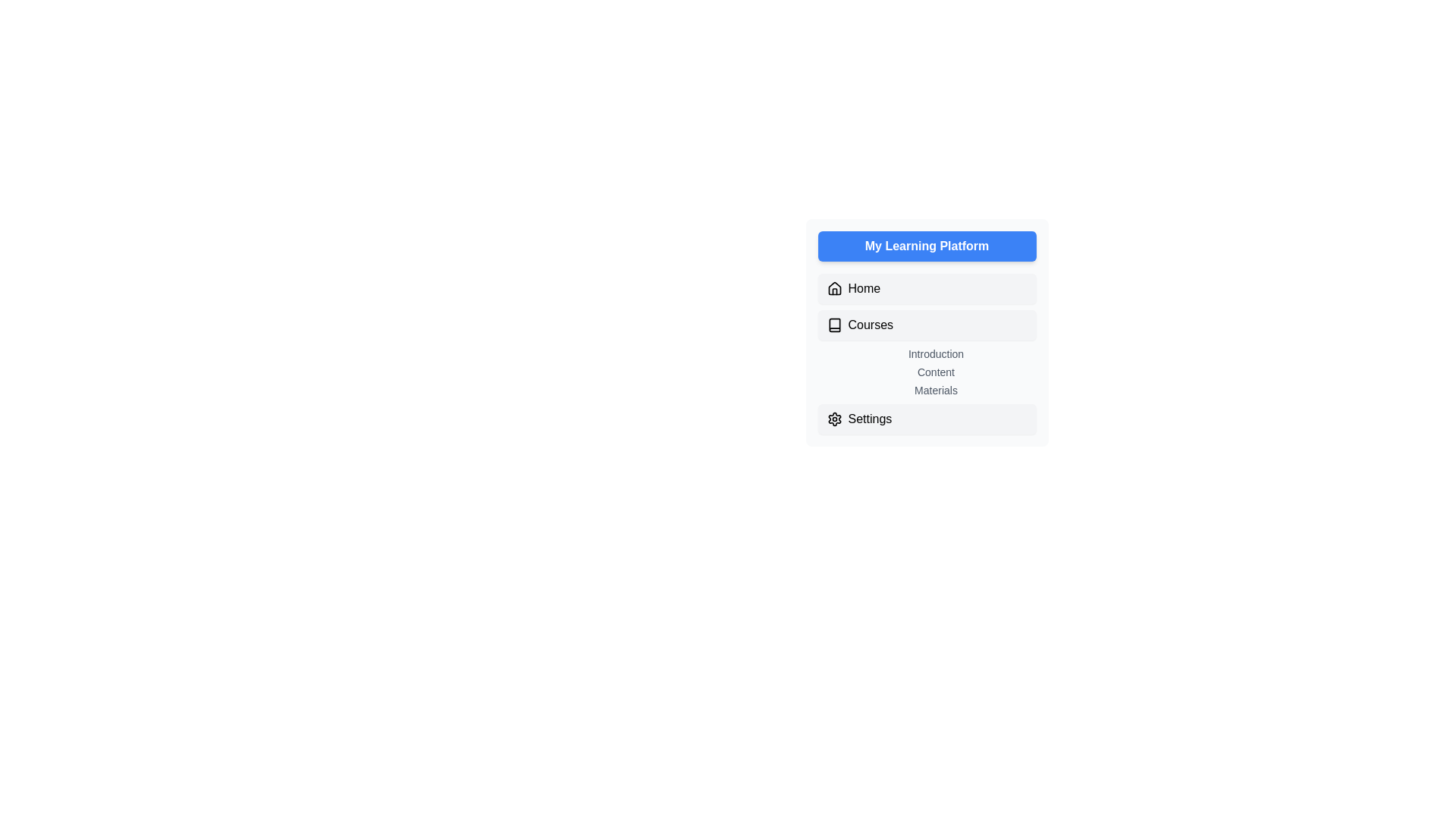 The width and height of the screenshot is (1456, 819). What do you see at coordinates (833, 419) in the screenshot?
I see `the gear icon, which is an SVG image styled as a black cog, positioned to the left of the 'Settings' text in the vertical navigation menu` at bounding box center [833, 419].